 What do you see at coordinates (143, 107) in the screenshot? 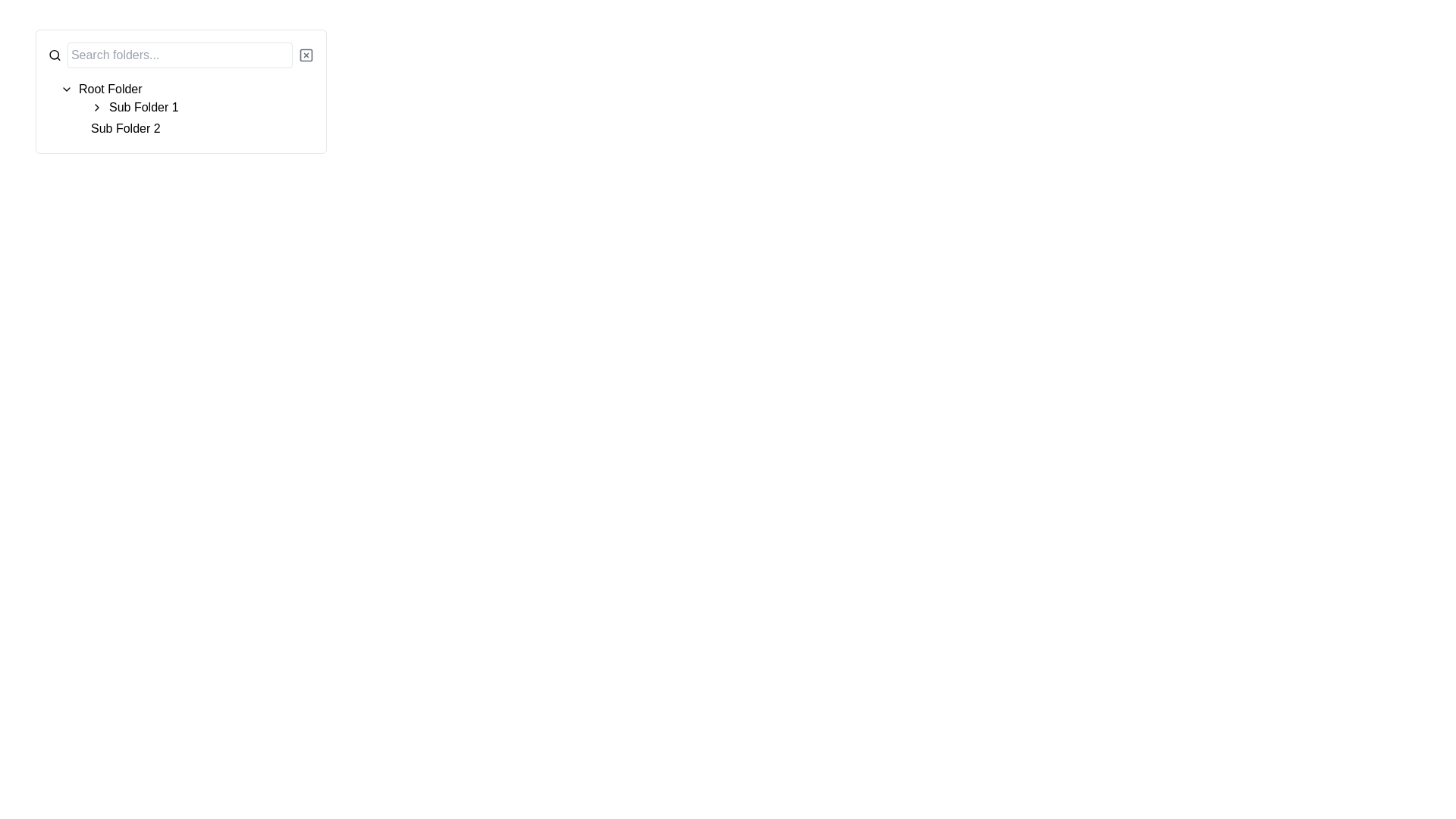
I see `the 'Sub Folder 1' label in the folder navigation panel` at bounding box center [143, 107].